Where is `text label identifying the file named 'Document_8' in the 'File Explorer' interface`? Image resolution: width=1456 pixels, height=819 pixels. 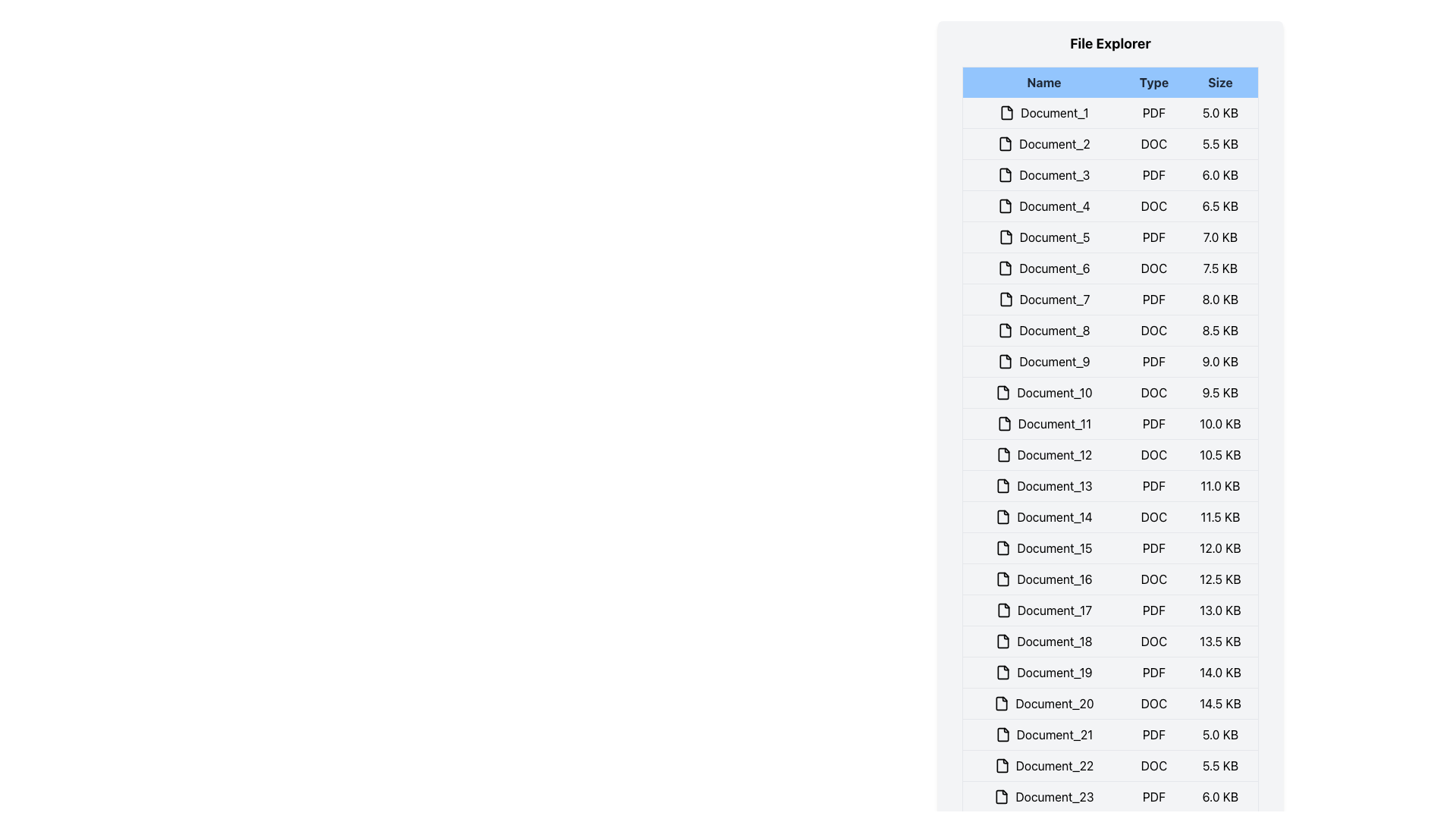 text label identifying the file named 'Document_8' in the 'File Explorer' interface is located at coordinates (1043, 329).